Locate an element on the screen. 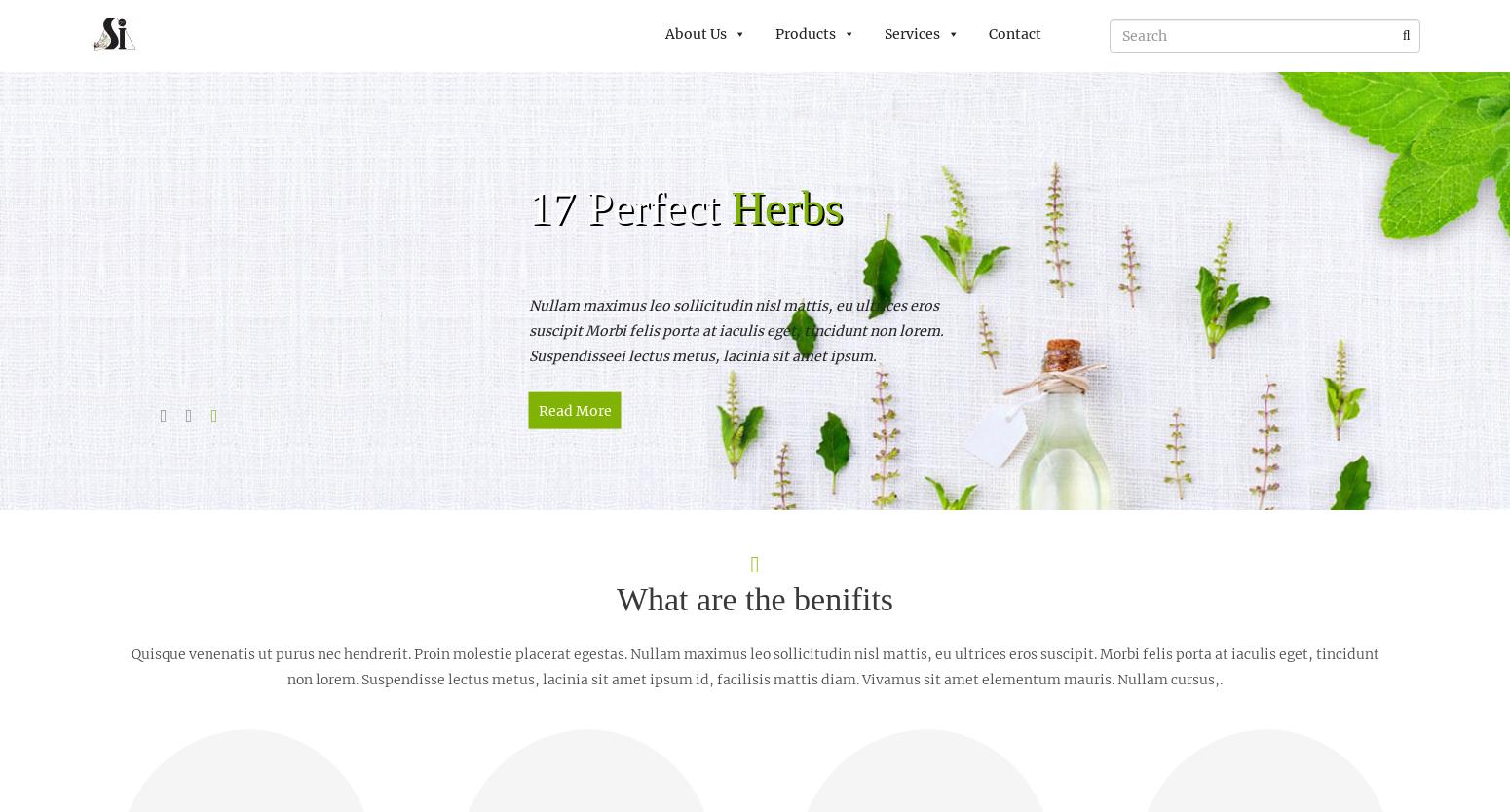 The height and width of the screenshot is (812, 1510). 'Read More' is located at coordinates (574, 410).